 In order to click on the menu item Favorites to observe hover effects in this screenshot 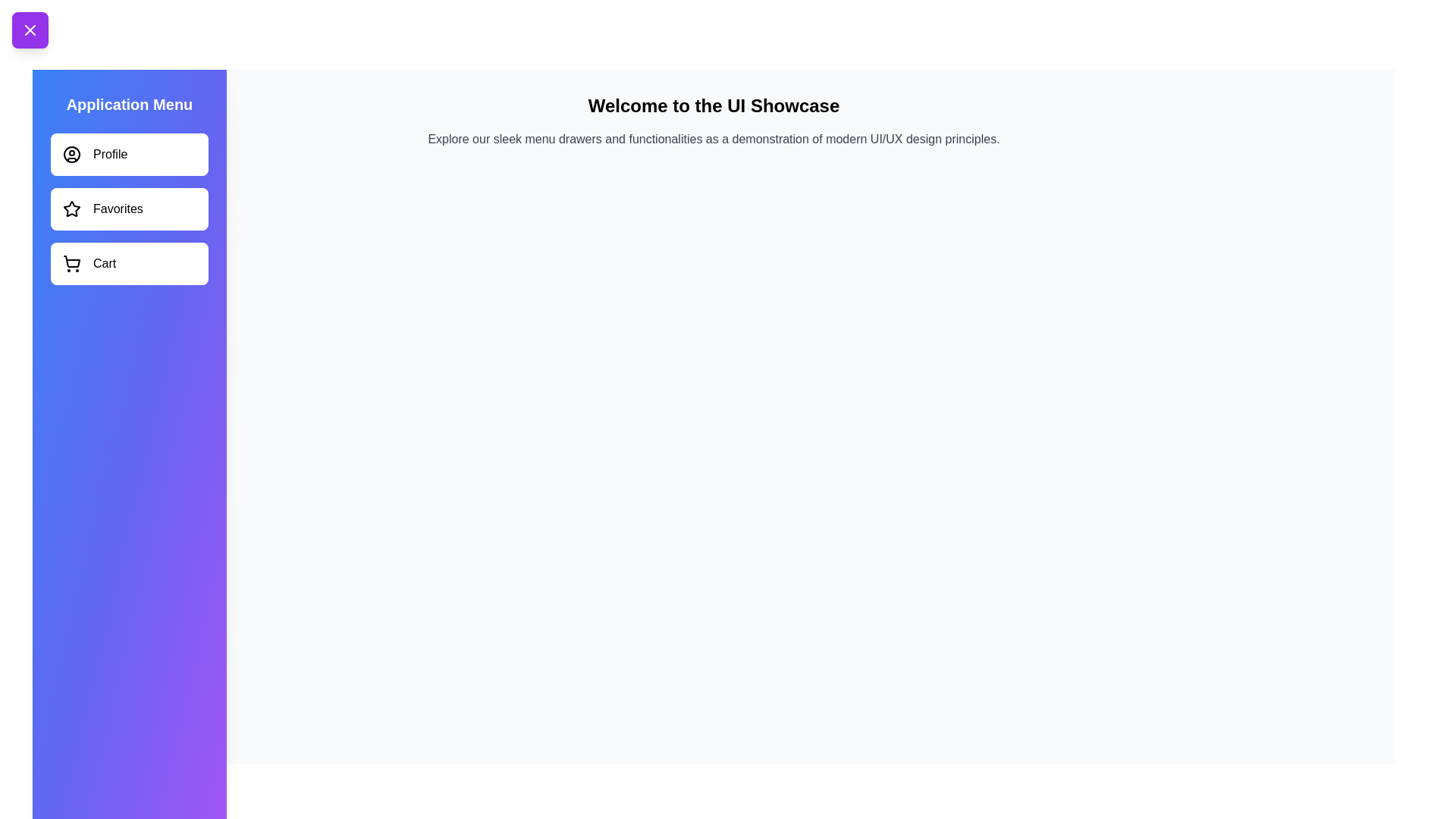, I will do `click(130, 209)`.